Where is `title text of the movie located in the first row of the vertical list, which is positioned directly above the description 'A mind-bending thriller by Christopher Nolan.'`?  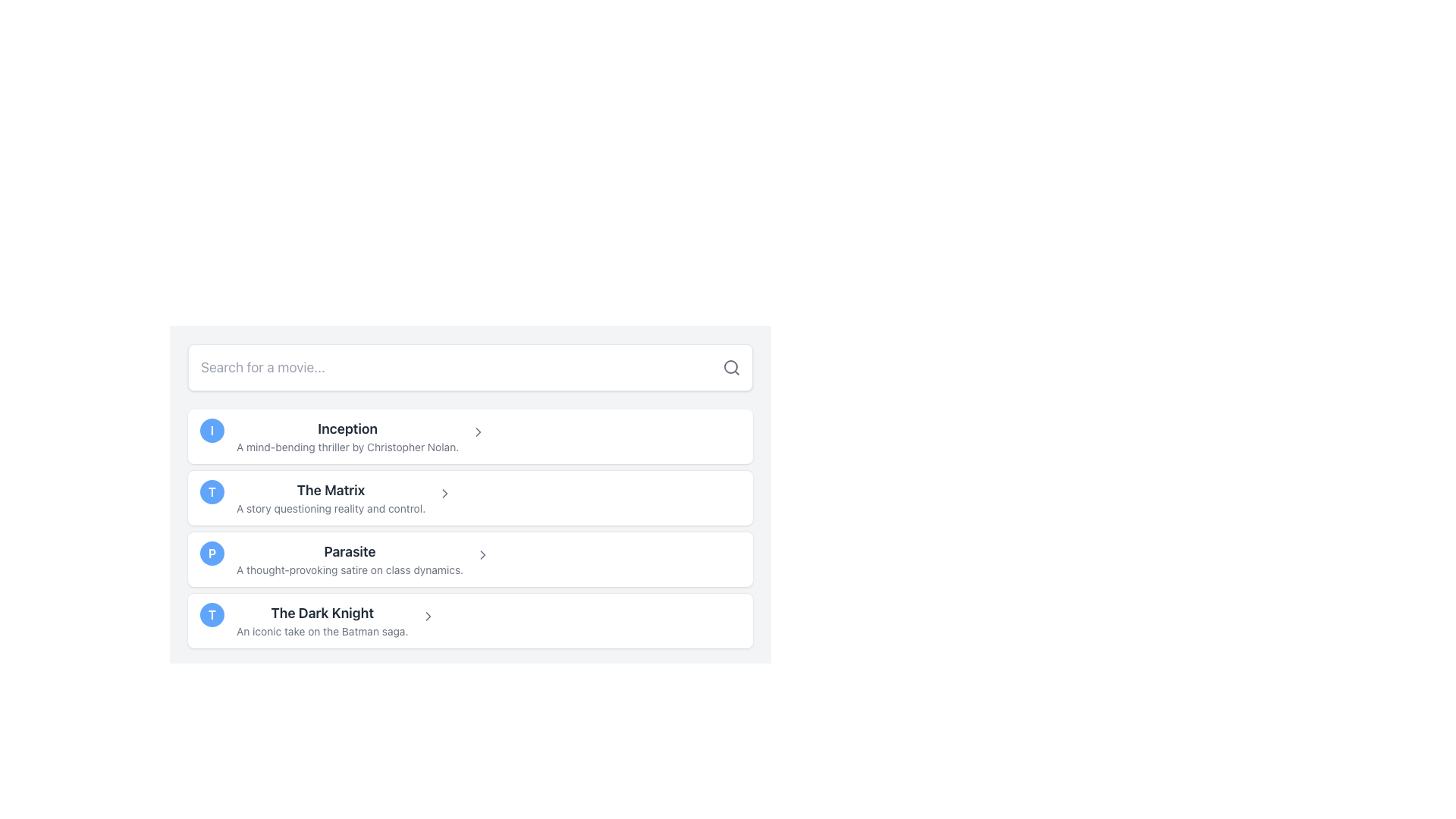 title text of the movie located in the first row of the vertical list, which is positioned directly above the description 'A mind-bending thriller by Christopher Nolan.' is located at coordinates (347, 429).